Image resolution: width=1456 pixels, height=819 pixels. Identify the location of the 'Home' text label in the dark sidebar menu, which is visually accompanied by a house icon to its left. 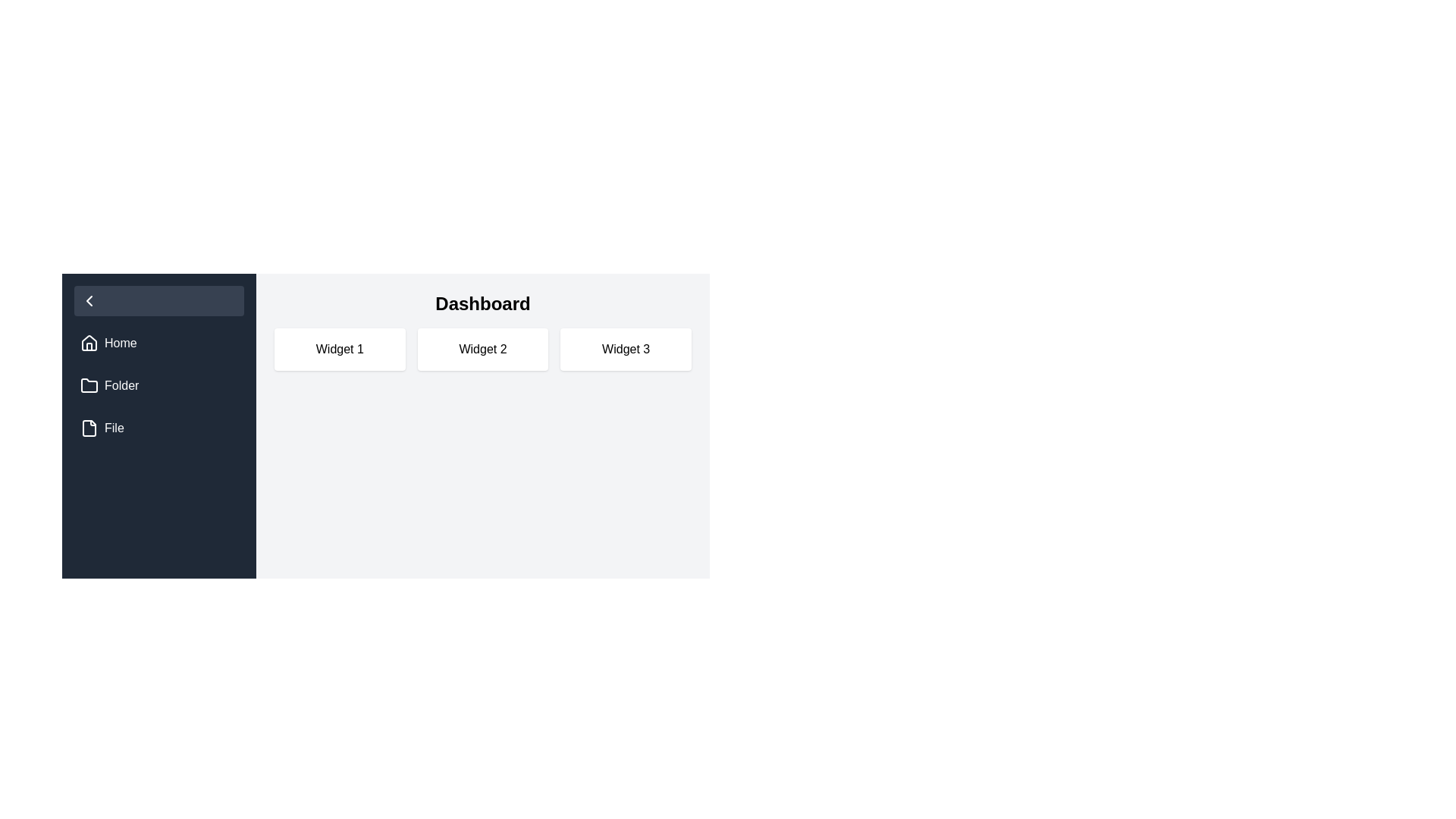
(120, 343).